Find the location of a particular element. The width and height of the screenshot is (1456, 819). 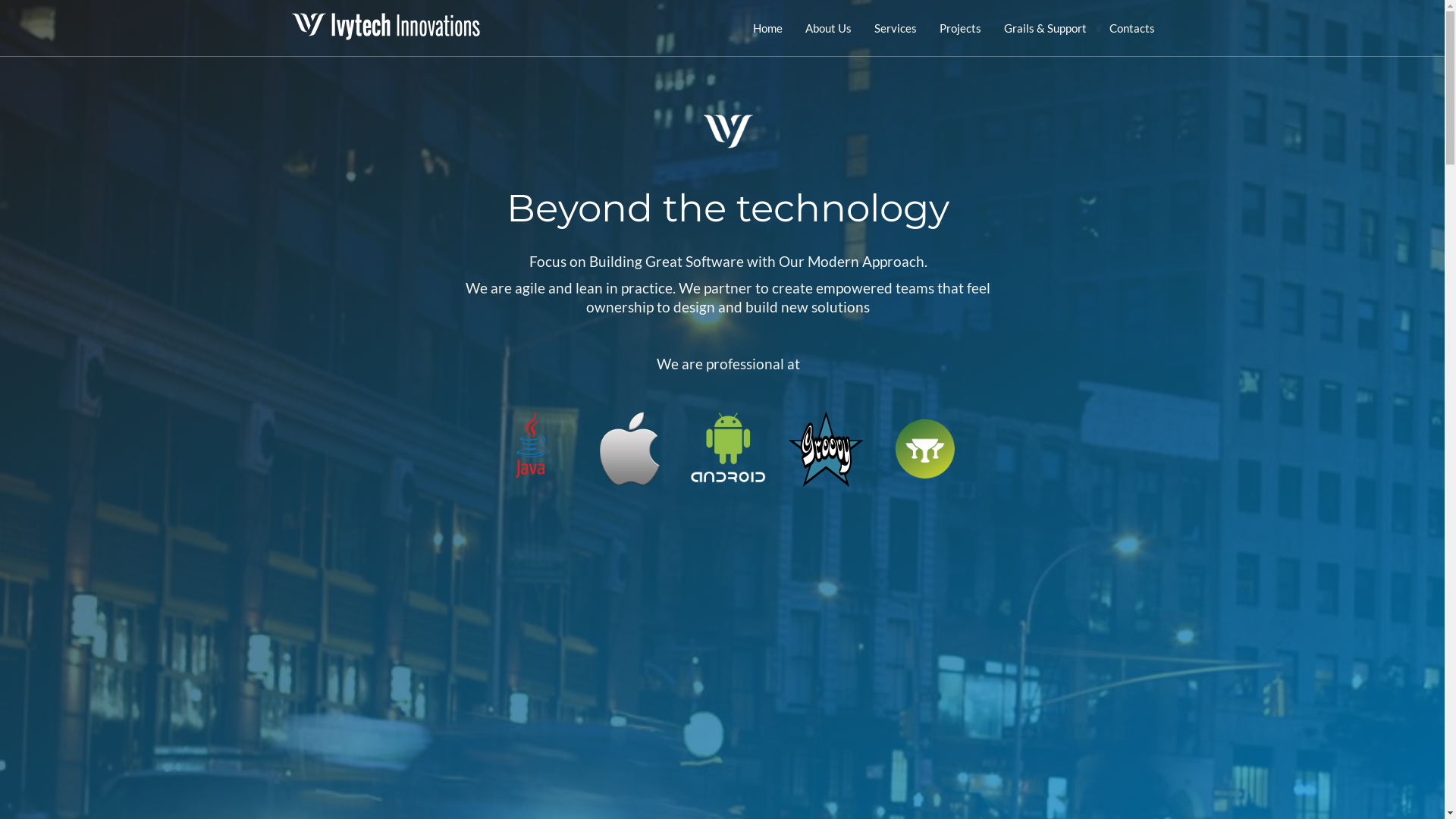

'About Us' is located at coordinates (827, 28).